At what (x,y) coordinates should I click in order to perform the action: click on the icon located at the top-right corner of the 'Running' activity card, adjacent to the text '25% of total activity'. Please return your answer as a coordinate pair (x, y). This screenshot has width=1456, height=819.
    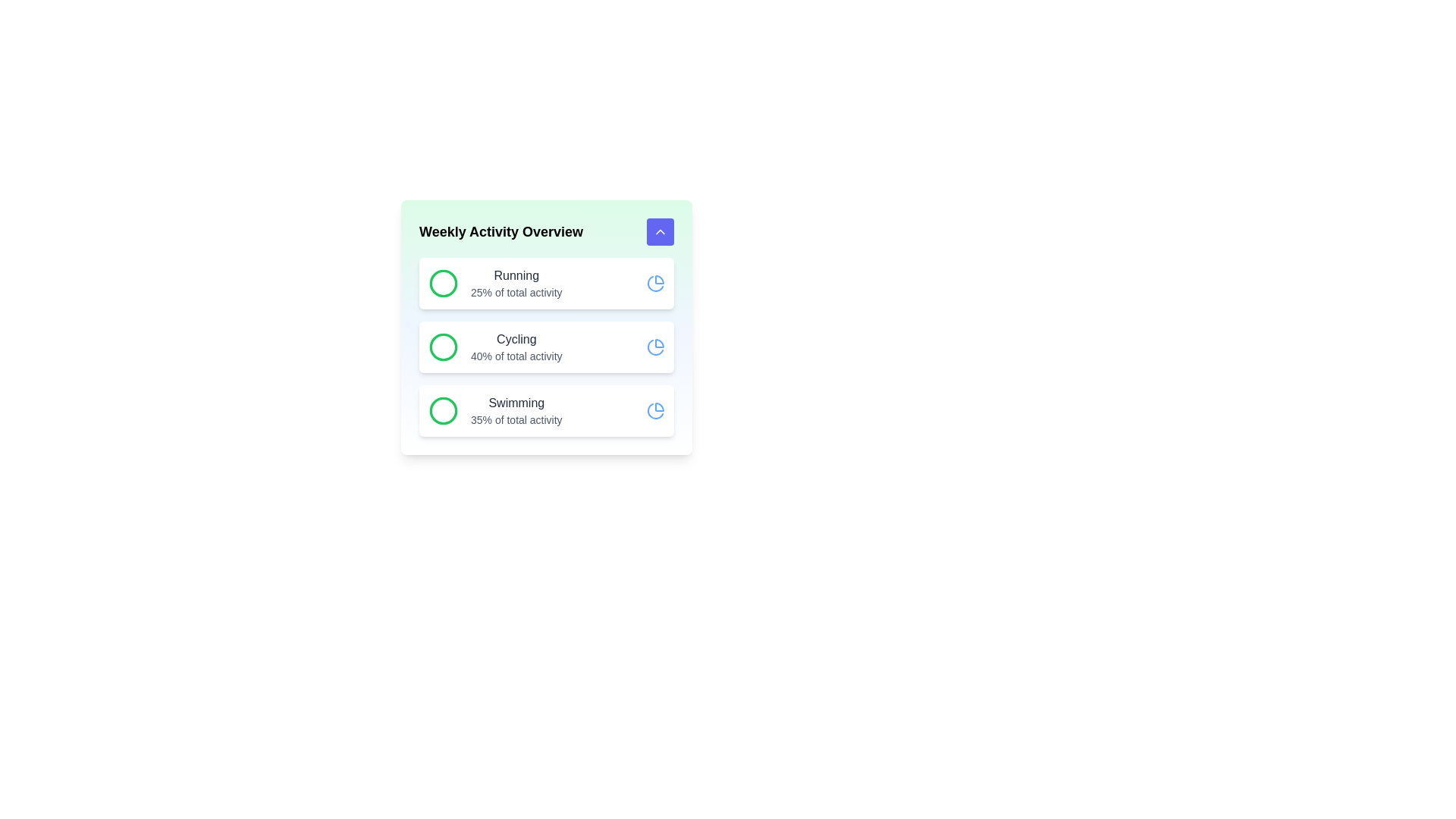
    Looking at the image, I should click on (655, 284).